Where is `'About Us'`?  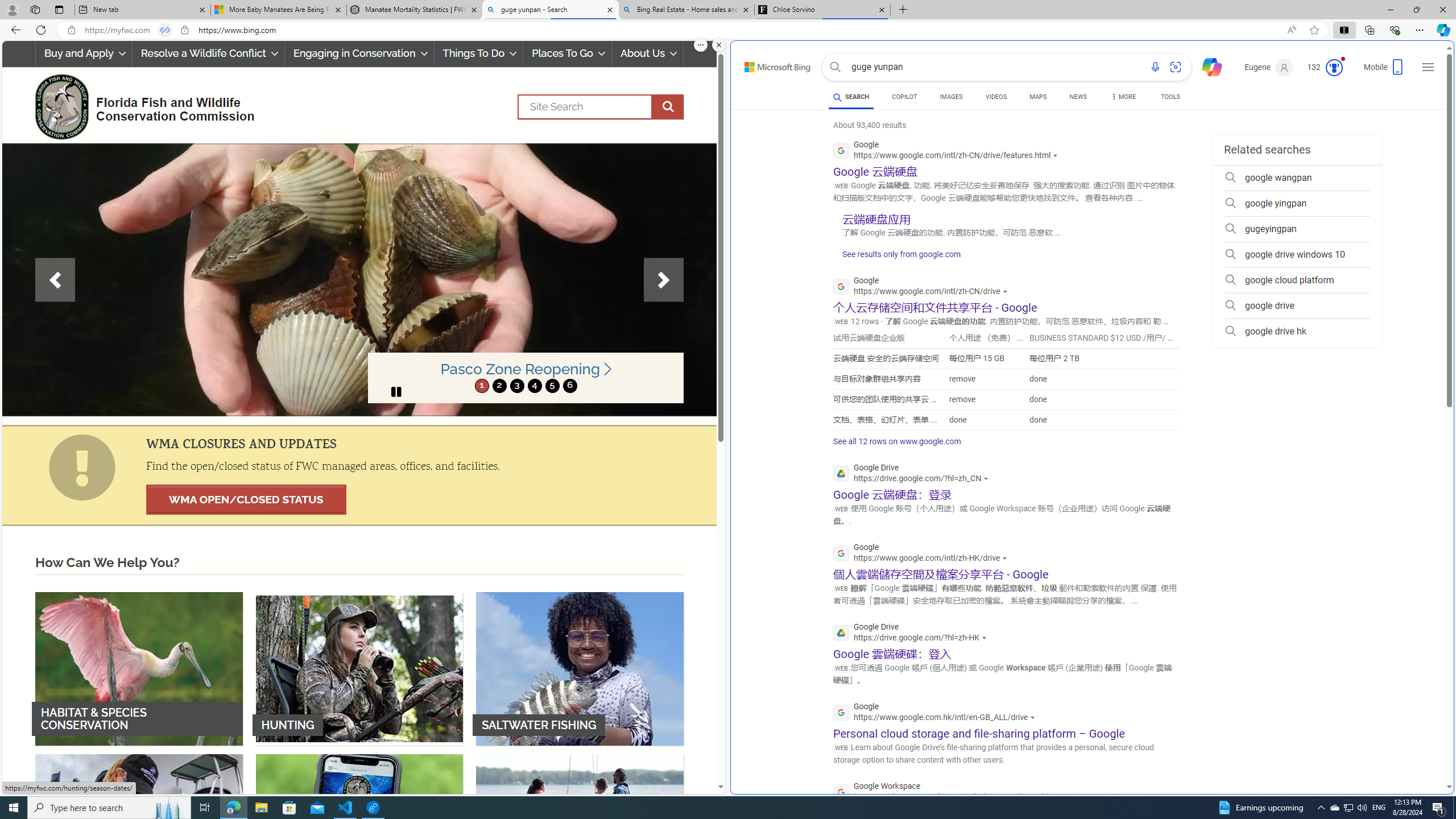 'About Us' is located at coordinates (647, 53).